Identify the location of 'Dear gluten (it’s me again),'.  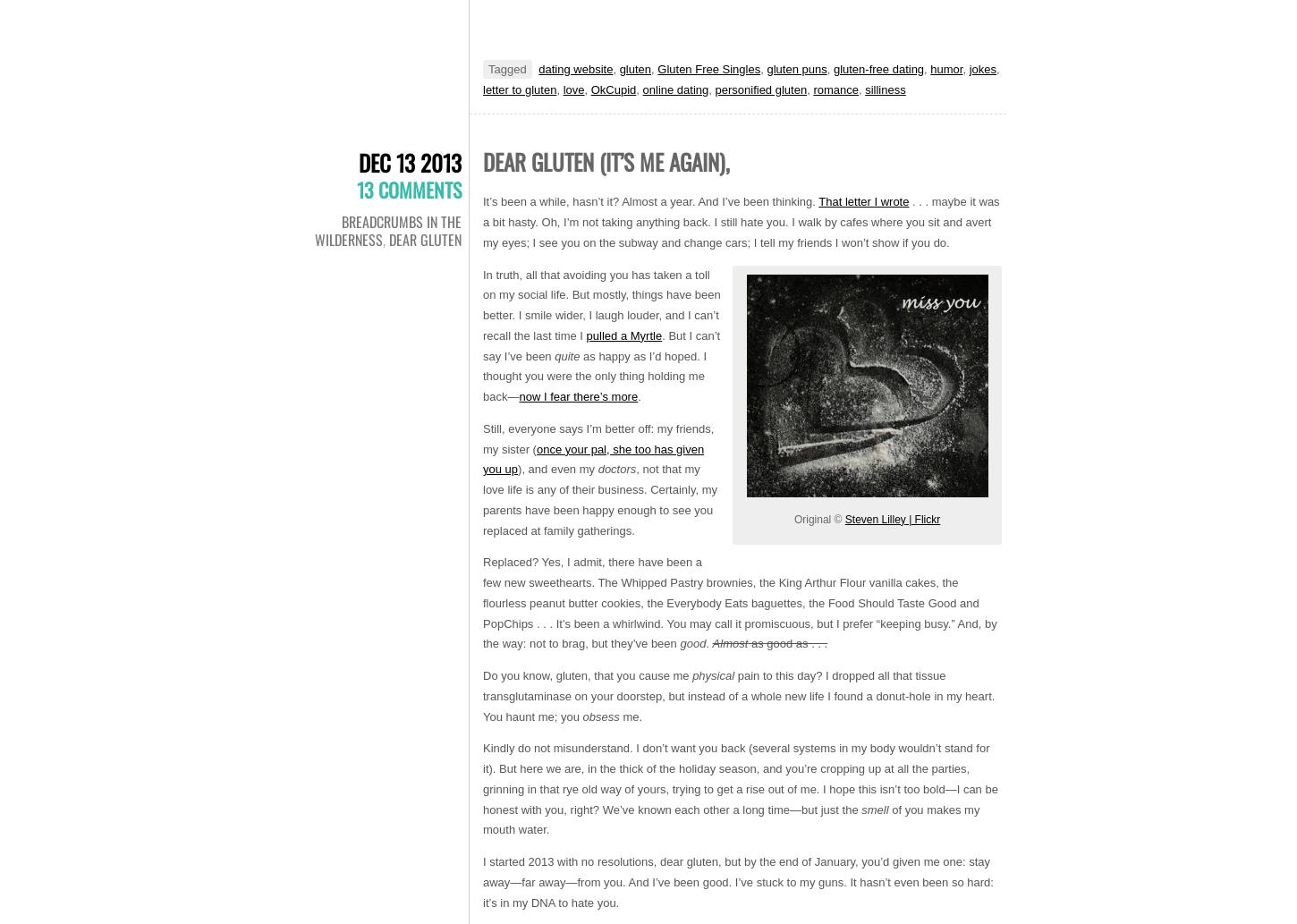
(606, 160).